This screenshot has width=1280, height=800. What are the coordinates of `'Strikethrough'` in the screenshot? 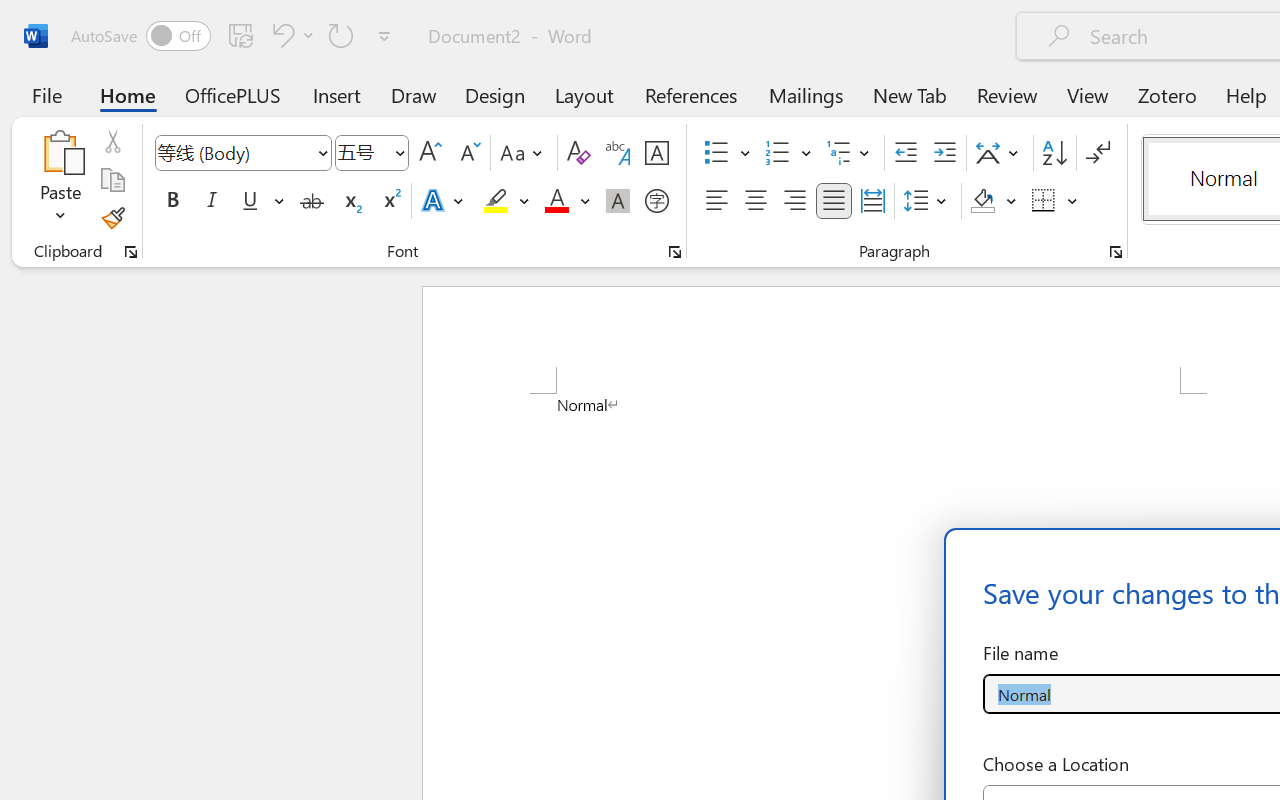 It's located at (311, 201).